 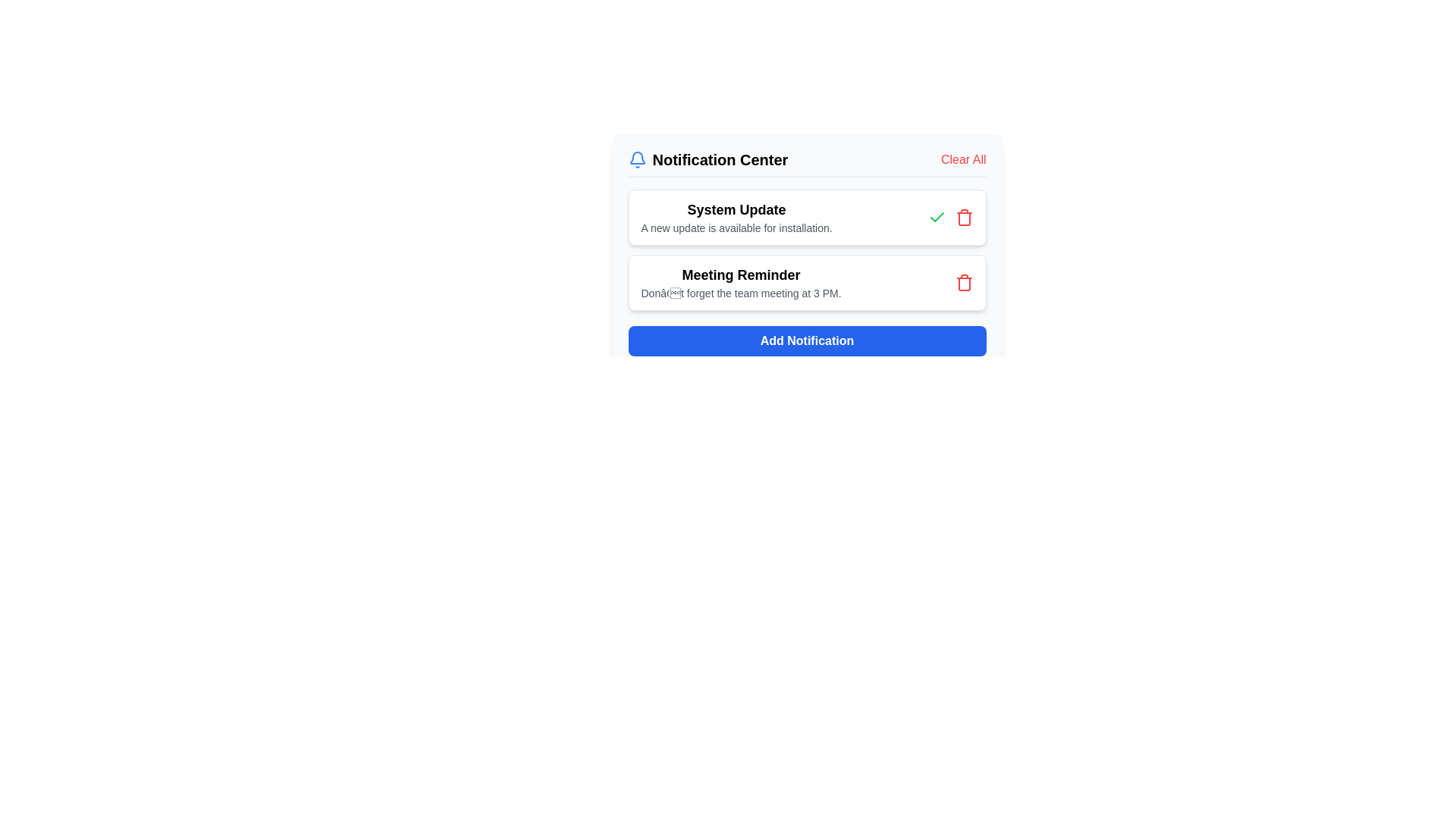 I want to click on the button labeled 'Add Notification' located at the bottom of the 'Notification Center' interface, so click(x=806, y=341).